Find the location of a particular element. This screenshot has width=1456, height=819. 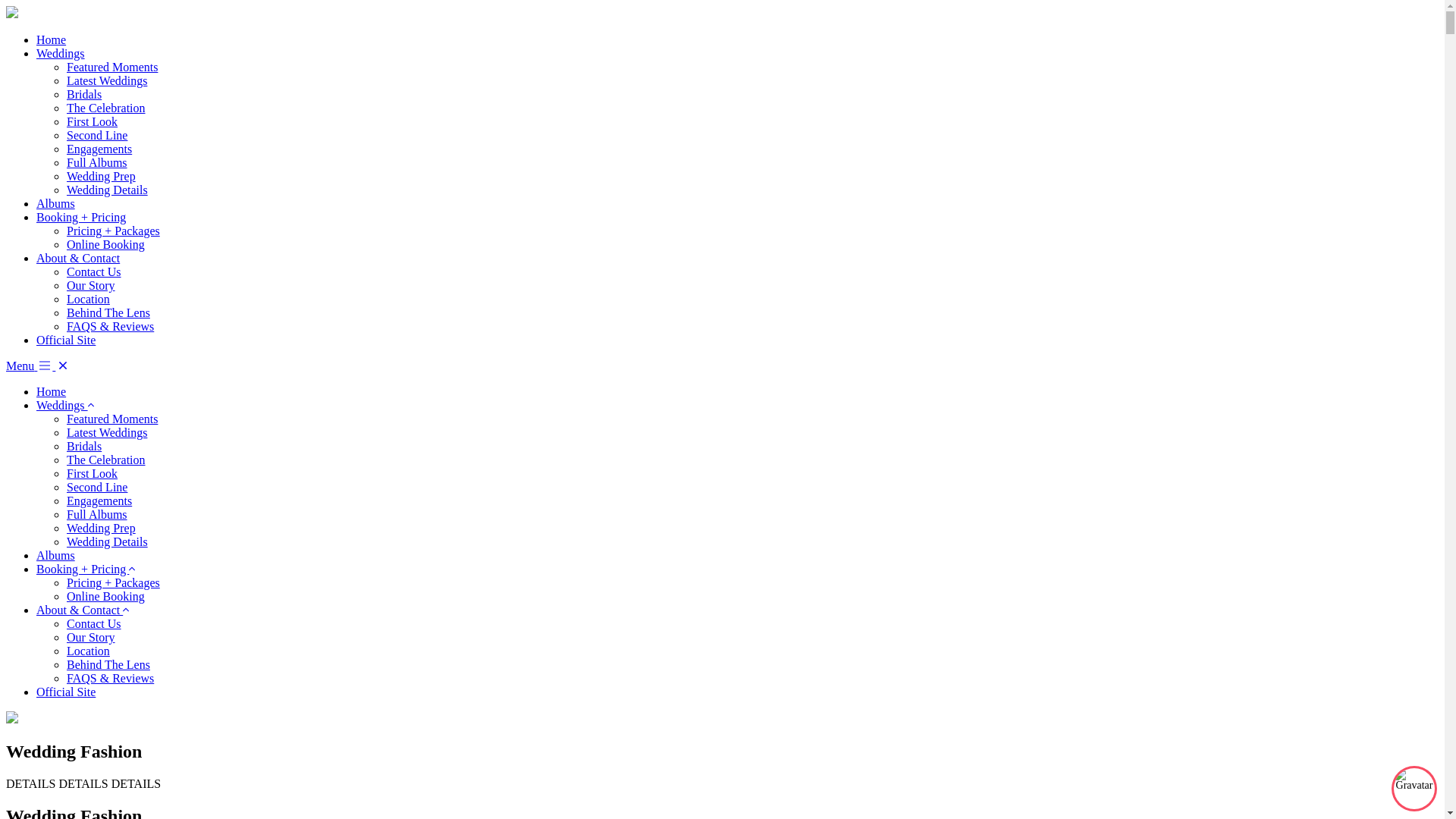

'Full Albums' is located at coordinates (96, 513).